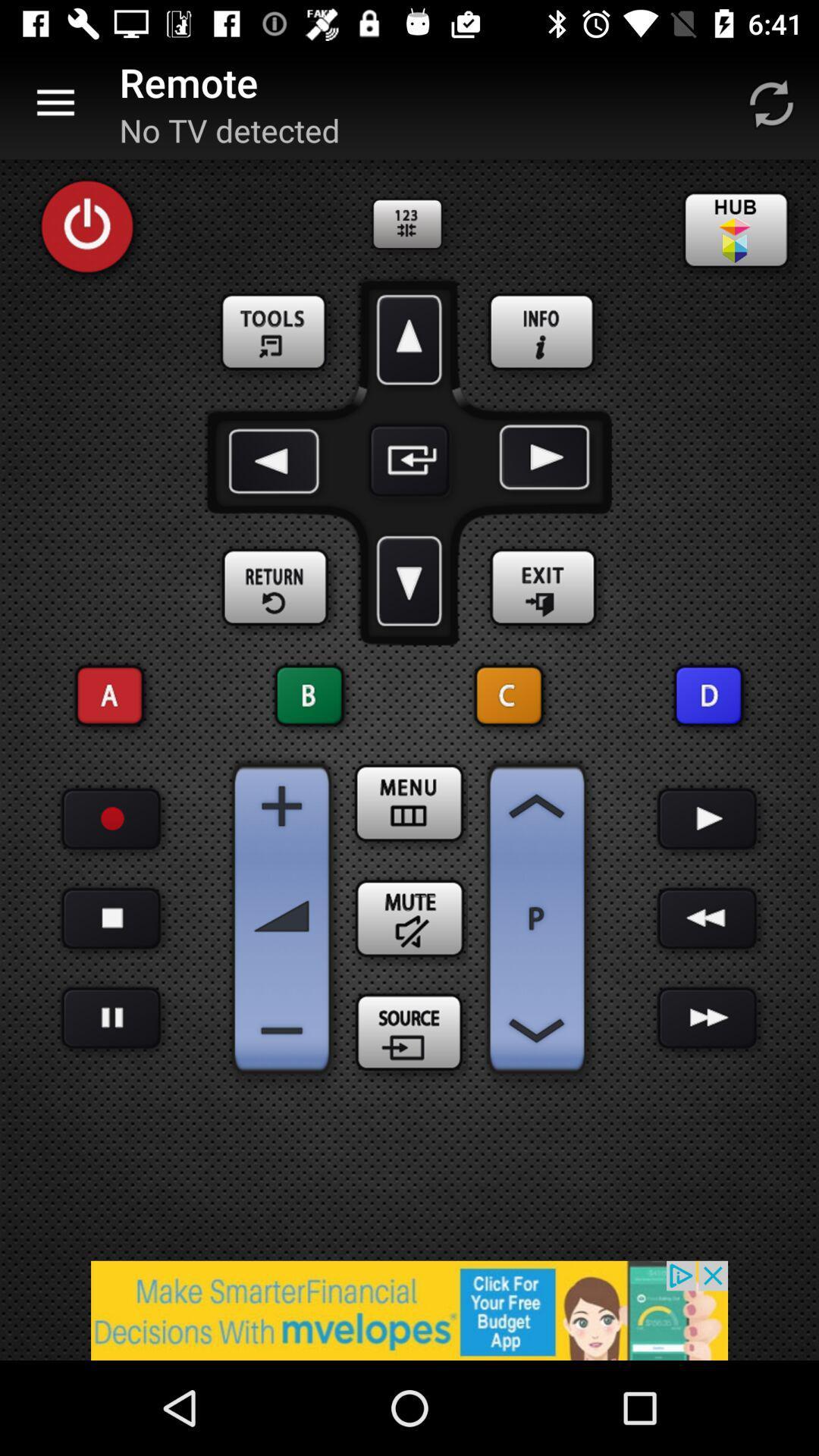  I want to click on the audio, so click(708, 818).